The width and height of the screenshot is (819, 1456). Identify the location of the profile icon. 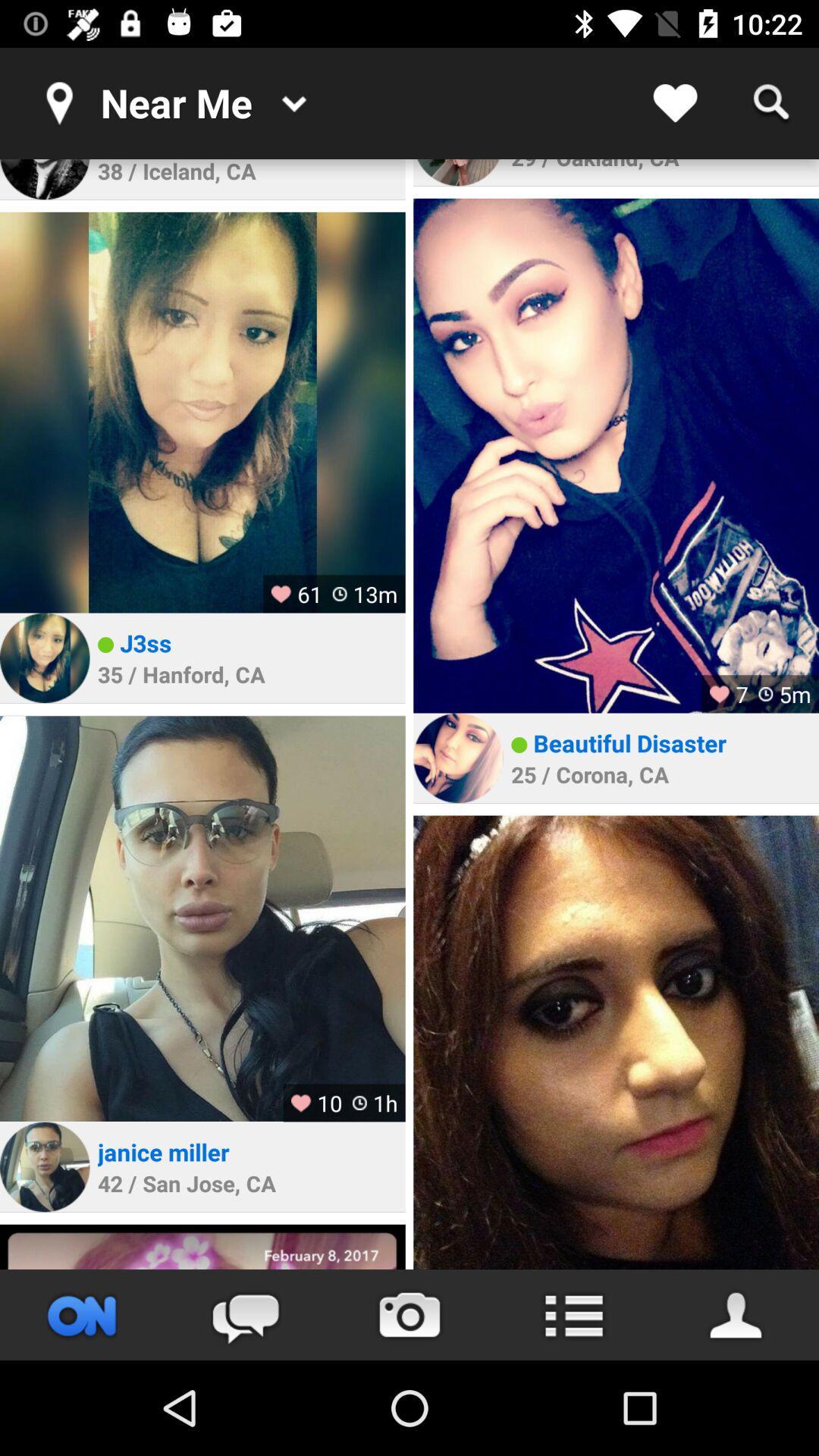
(736, 1314).